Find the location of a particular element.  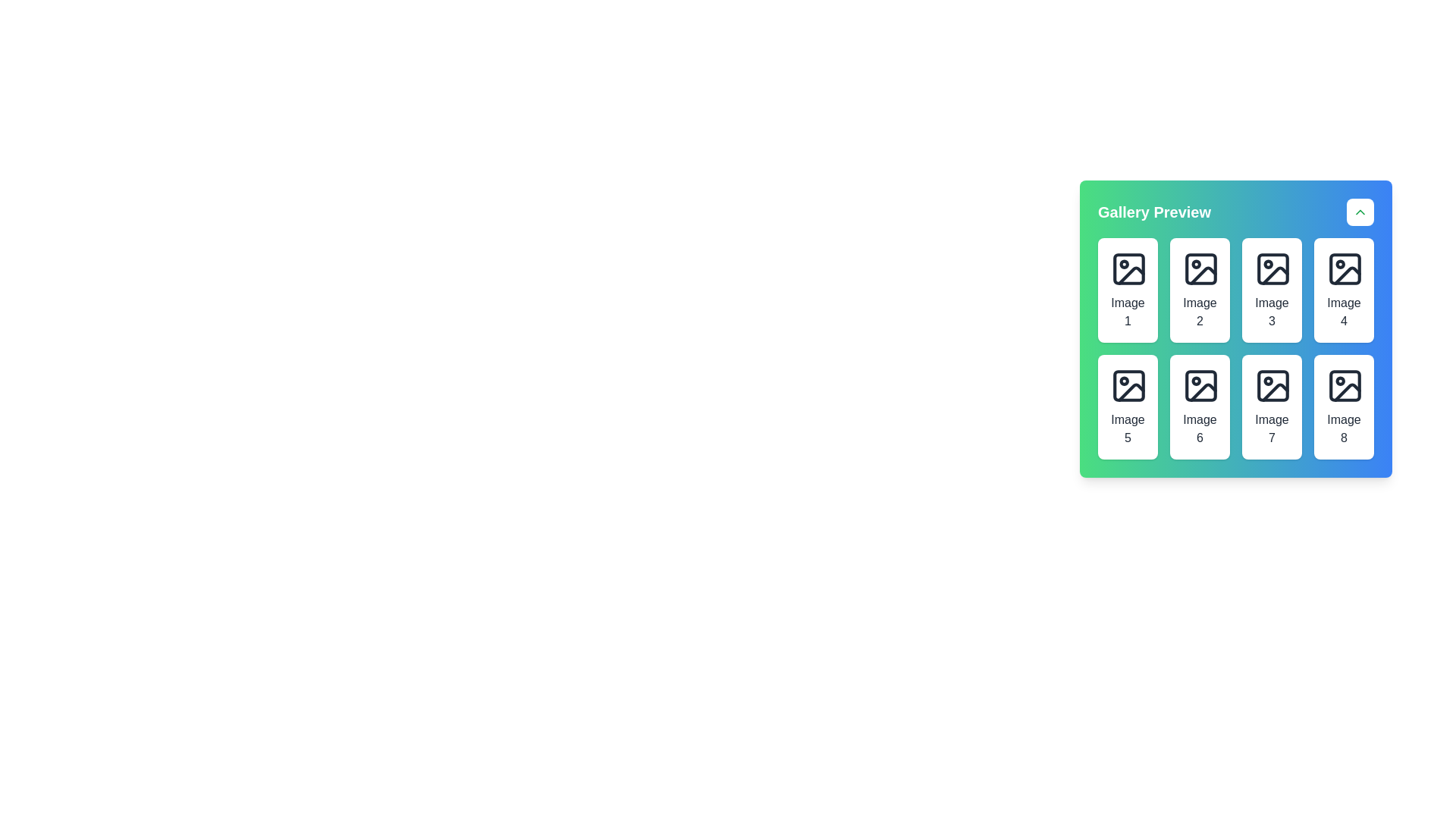

the white rectangular Image card labeled 'Image 7' located in the bottom-right position of the grid is located at coordinates (1272, 406).